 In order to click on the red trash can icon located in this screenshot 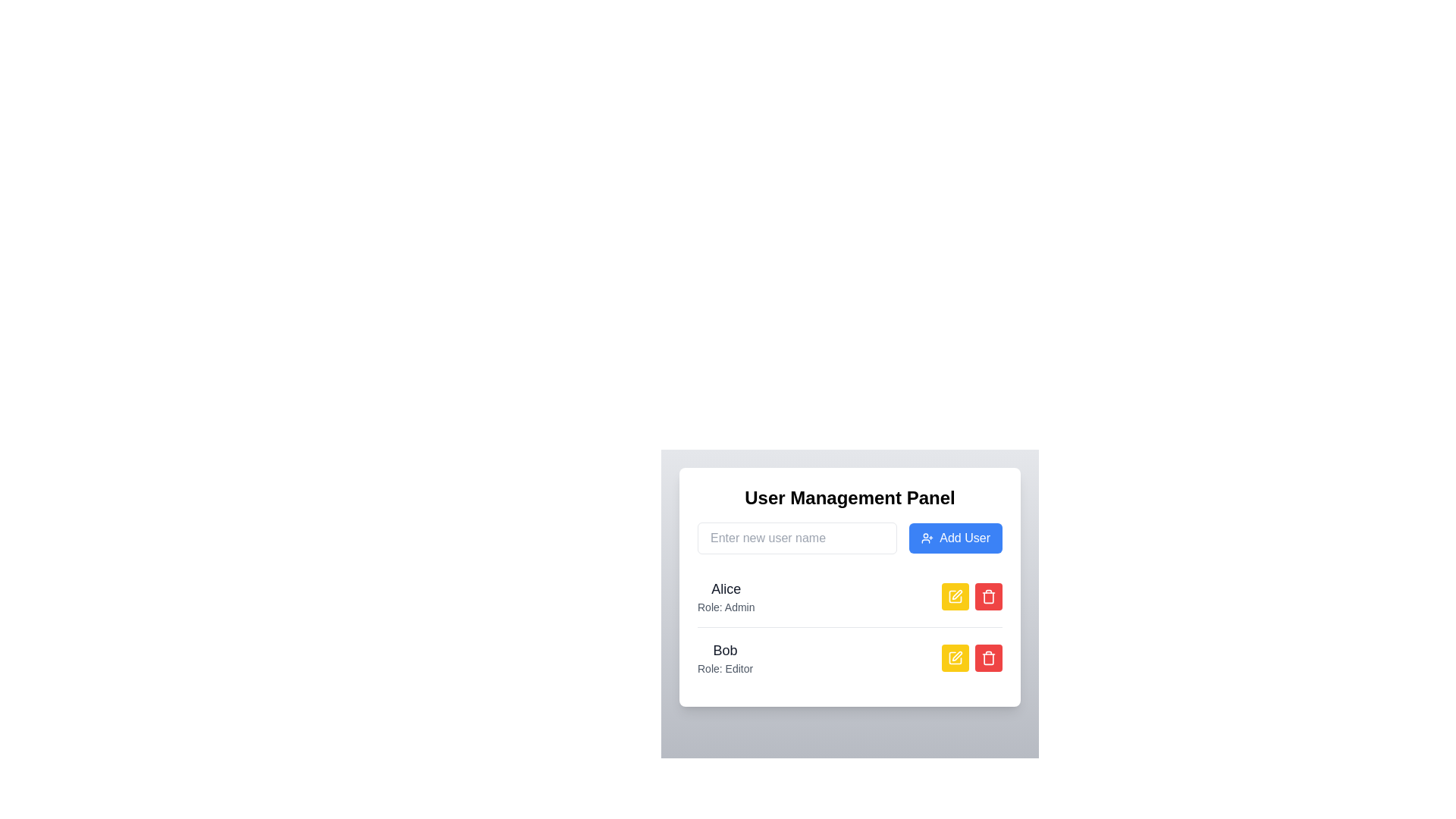, I will do `click(989, 595)`.